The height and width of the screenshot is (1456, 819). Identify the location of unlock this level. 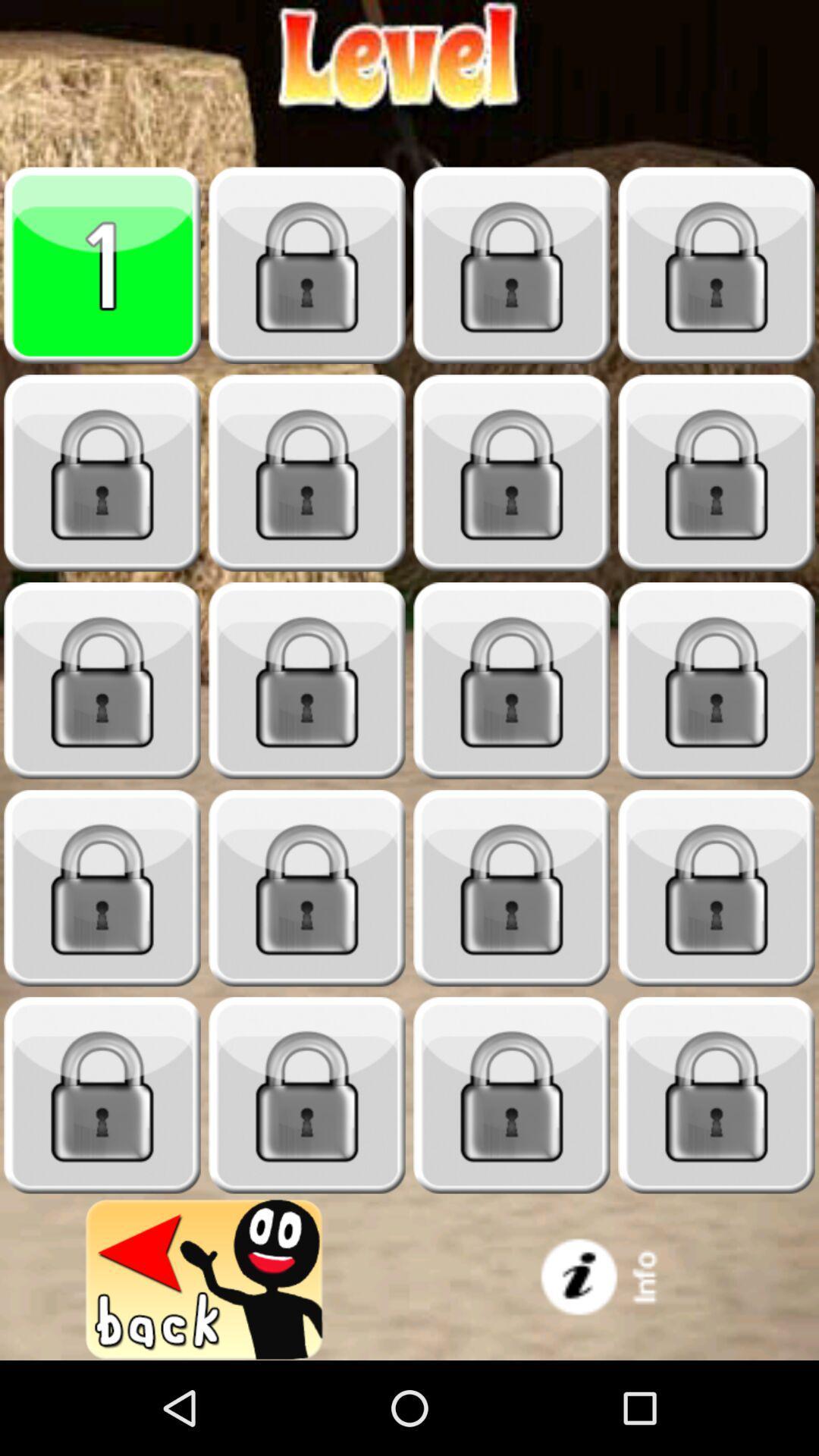
(717, 265).